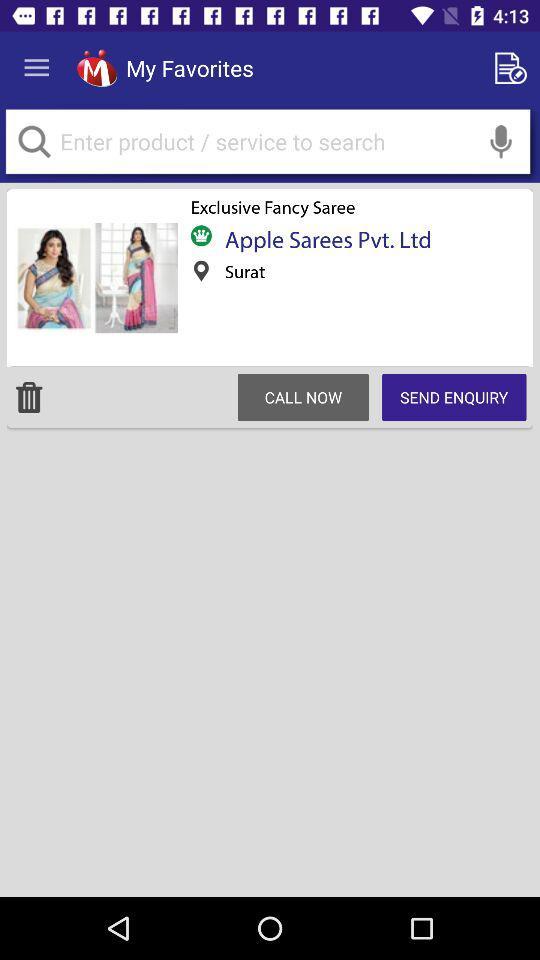 The width and height of the screenshot is (540, 960). Describe the element at coordinates (500, 140) in the screenshot. I see `voice to text option` at that location.